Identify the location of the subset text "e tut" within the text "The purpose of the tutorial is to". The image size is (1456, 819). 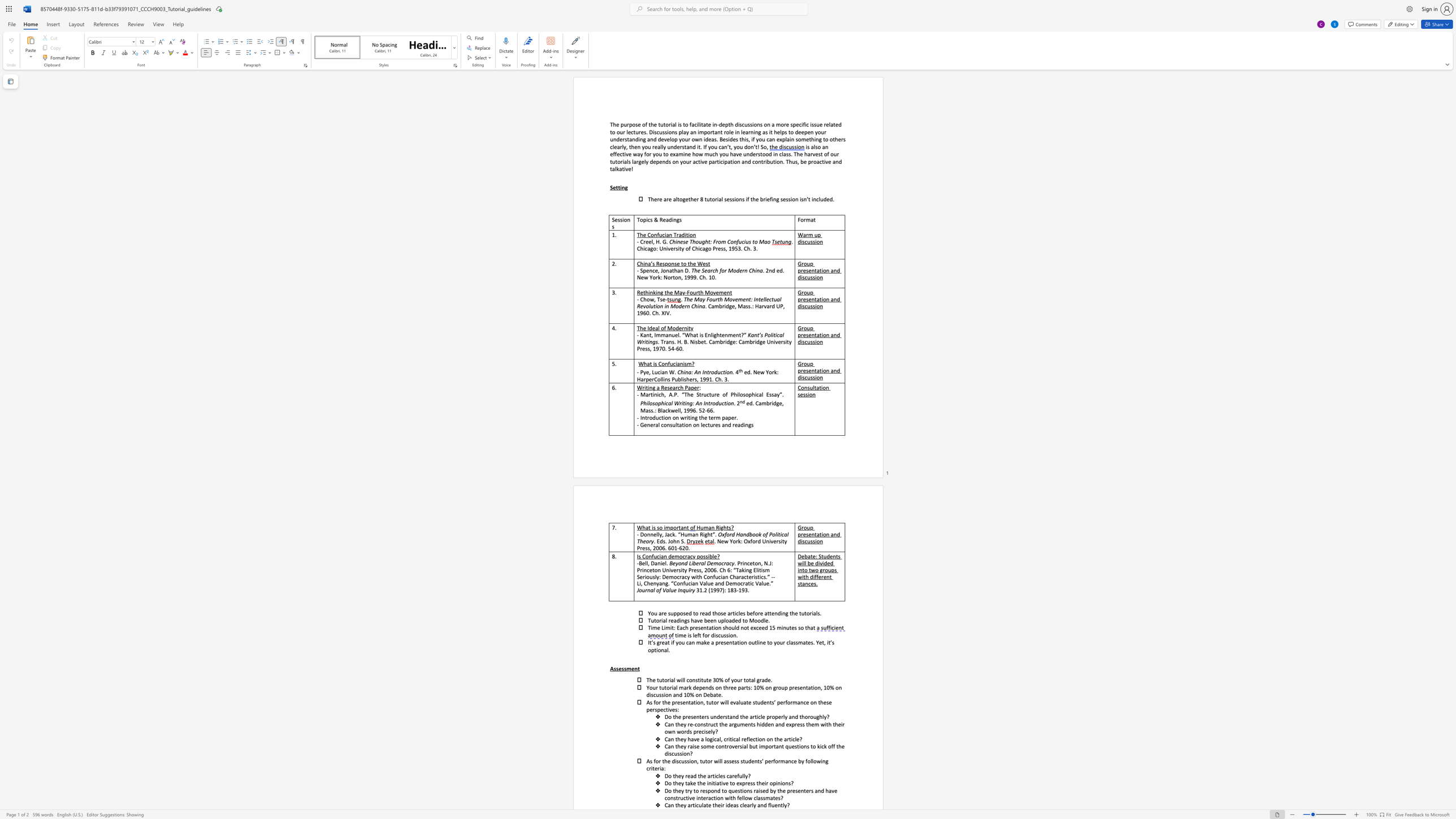
(653, 124).